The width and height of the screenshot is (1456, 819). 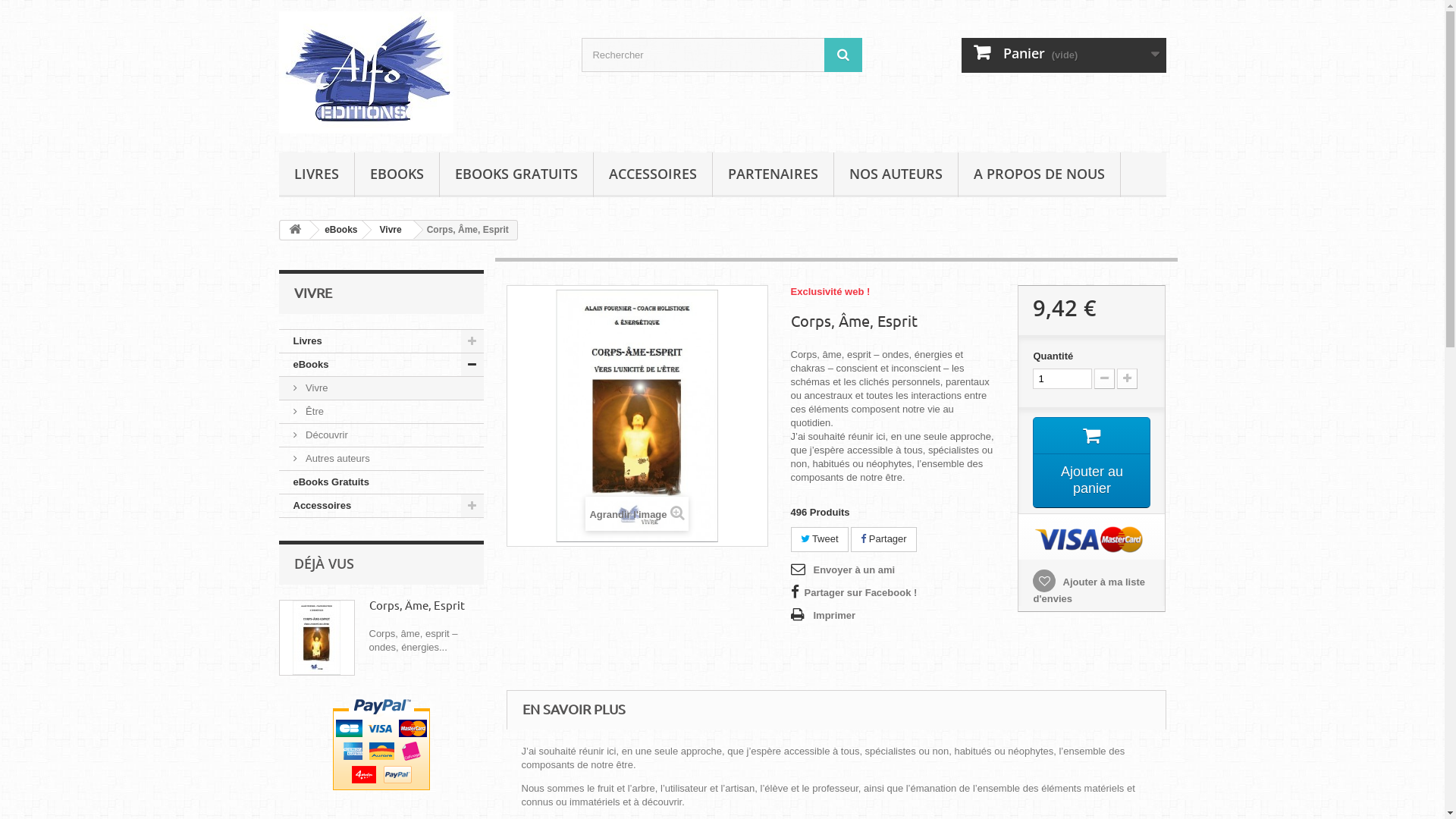 I want to click on 'Autres auteurs', so click(x=381, y=458).